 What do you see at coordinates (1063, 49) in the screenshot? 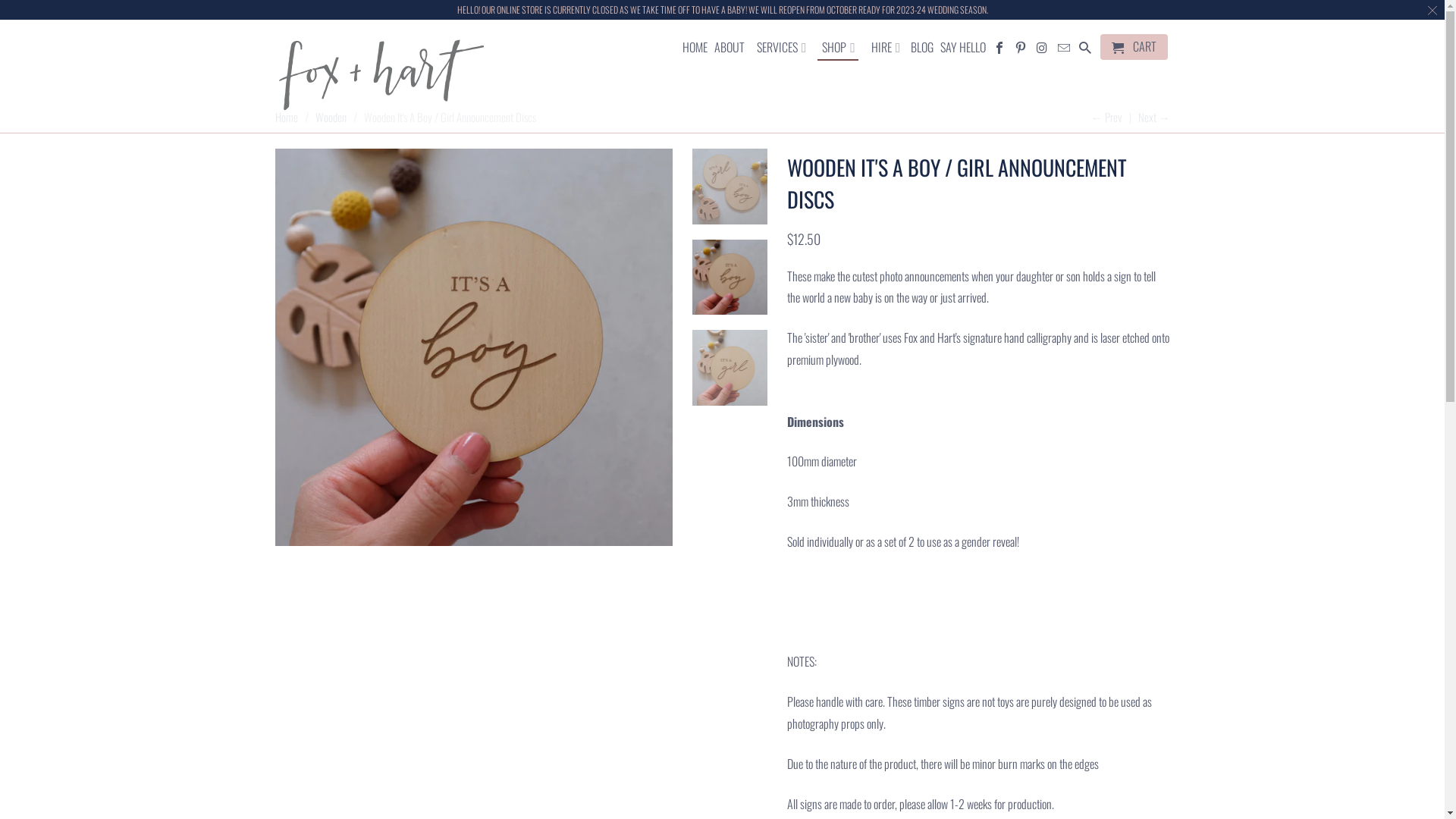
I see `'Email Fox and Hart'` at bounding box center [1063, 49].